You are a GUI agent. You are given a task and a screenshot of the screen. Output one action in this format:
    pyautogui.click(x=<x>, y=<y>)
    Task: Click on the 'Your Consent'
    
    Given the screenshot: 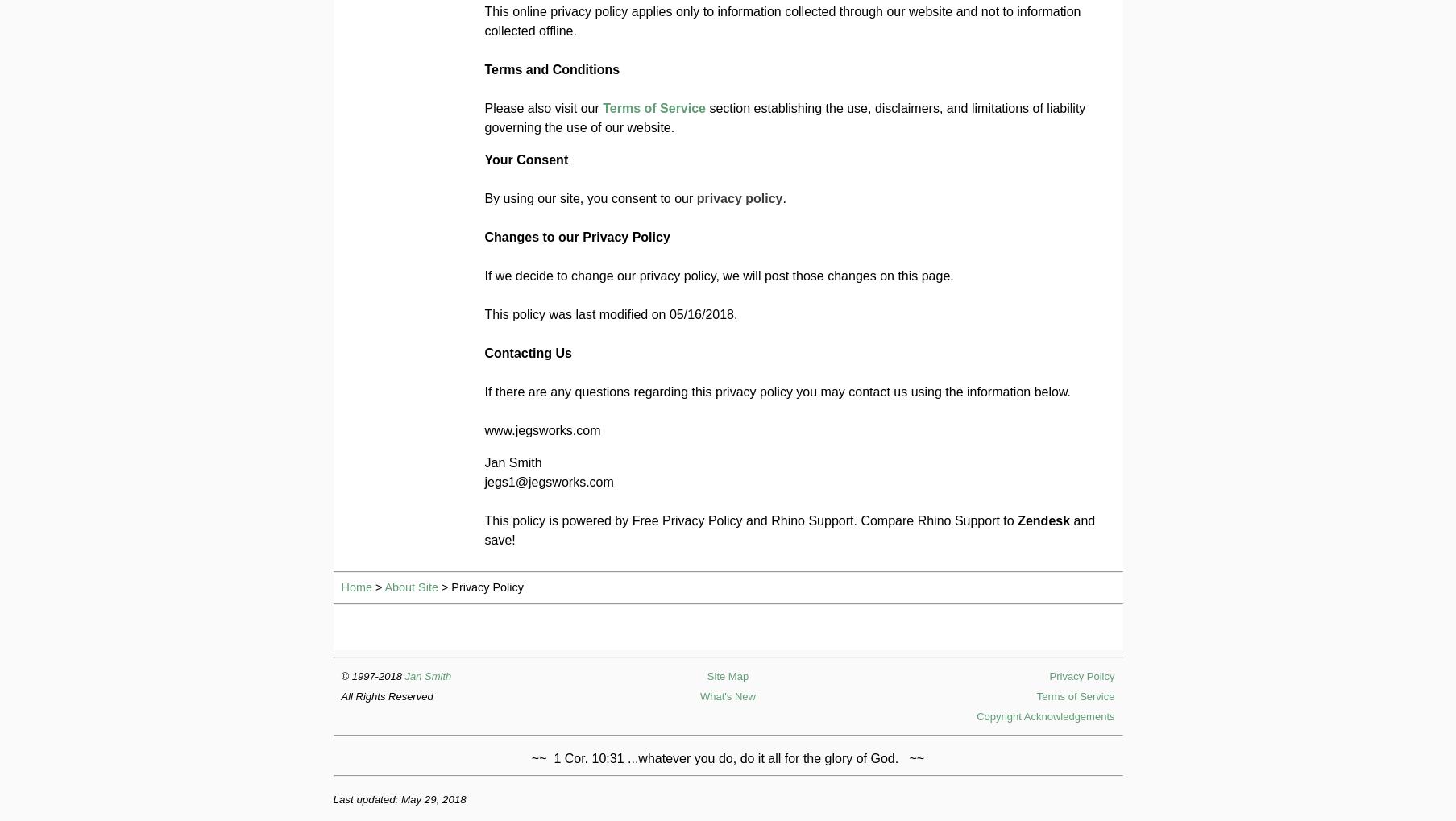 What is the action you would take?
    pyautogui.click(x=484, y=159)
    